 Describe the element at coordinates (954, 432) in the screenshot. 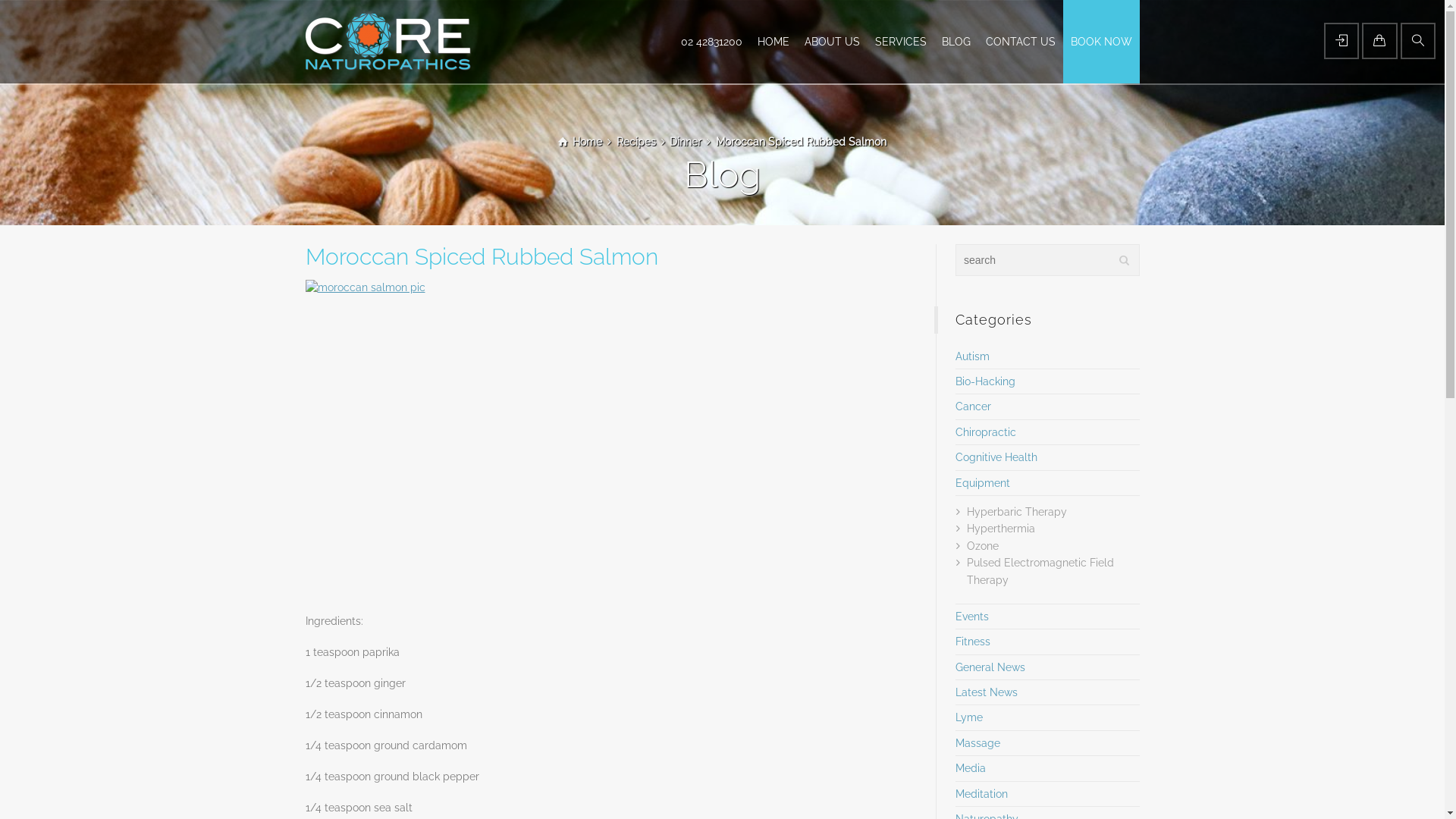

I see `'Chiropractic'` at that location.